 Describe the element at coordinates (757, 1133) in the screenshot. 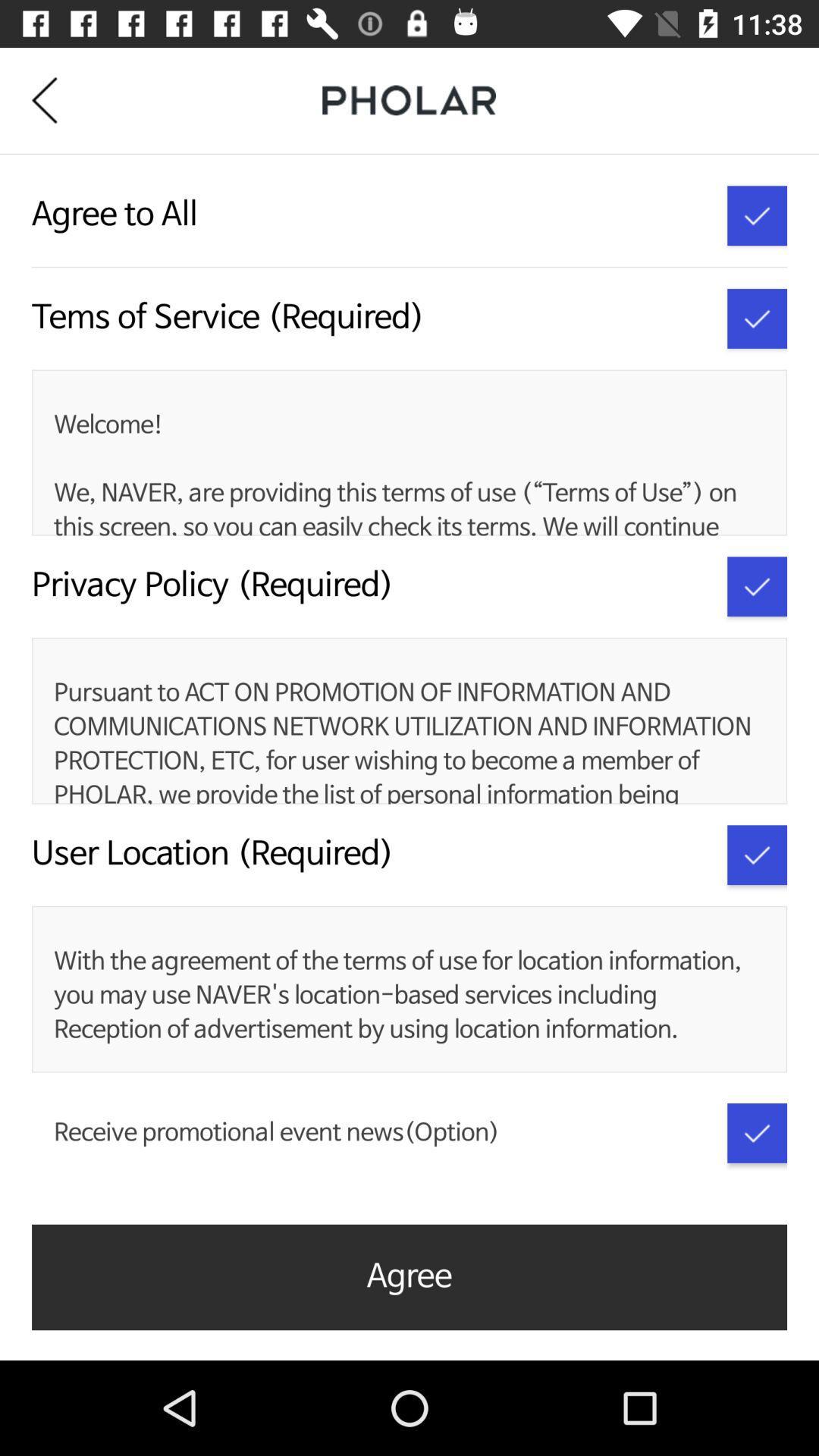

I see `receive promotional event news` at that location.